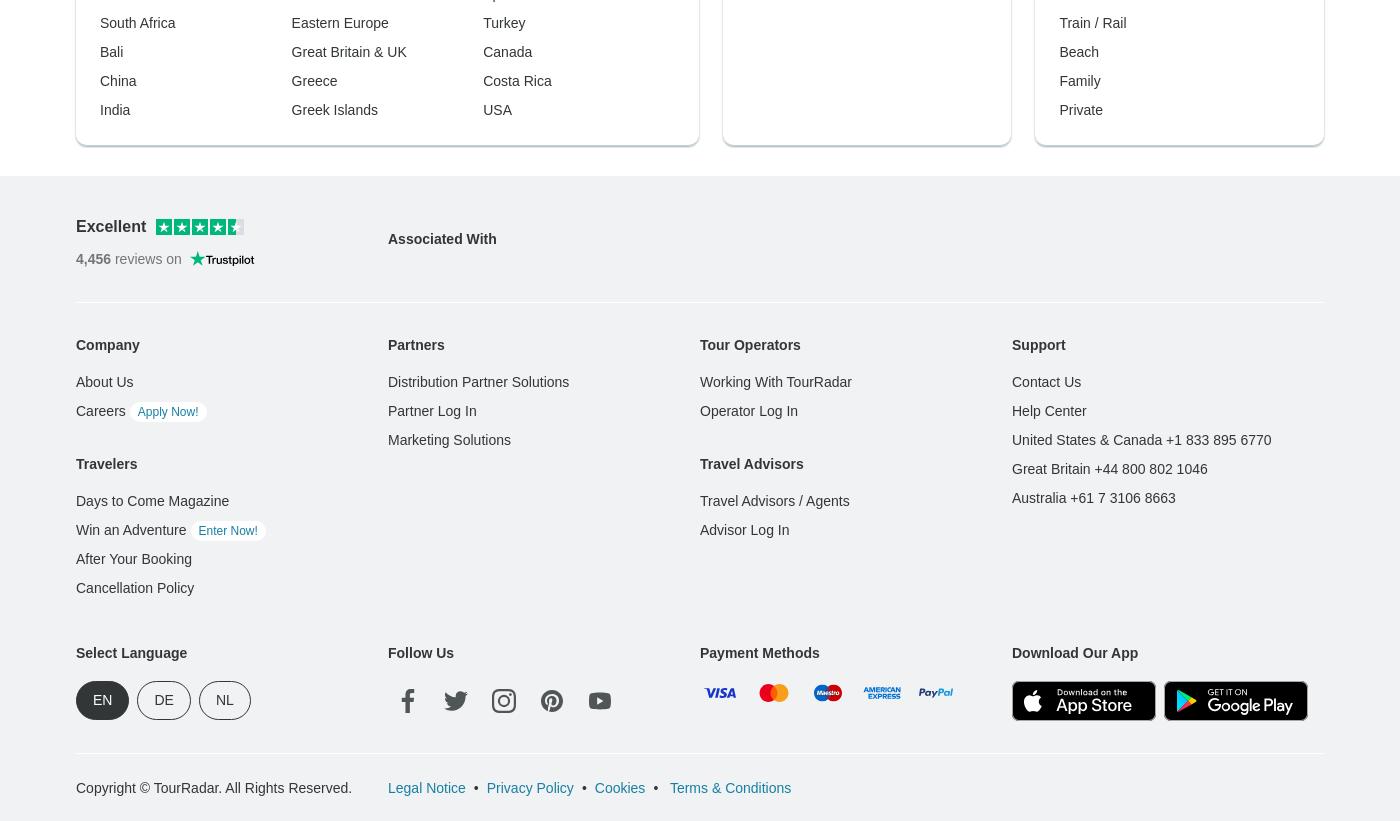 Image resolution: width=1400 pixels, height=821 pixels. What do you see at coordinates (415, 21) in the screenshot?
I see `'Partners'` at bounding box center [415, 21].